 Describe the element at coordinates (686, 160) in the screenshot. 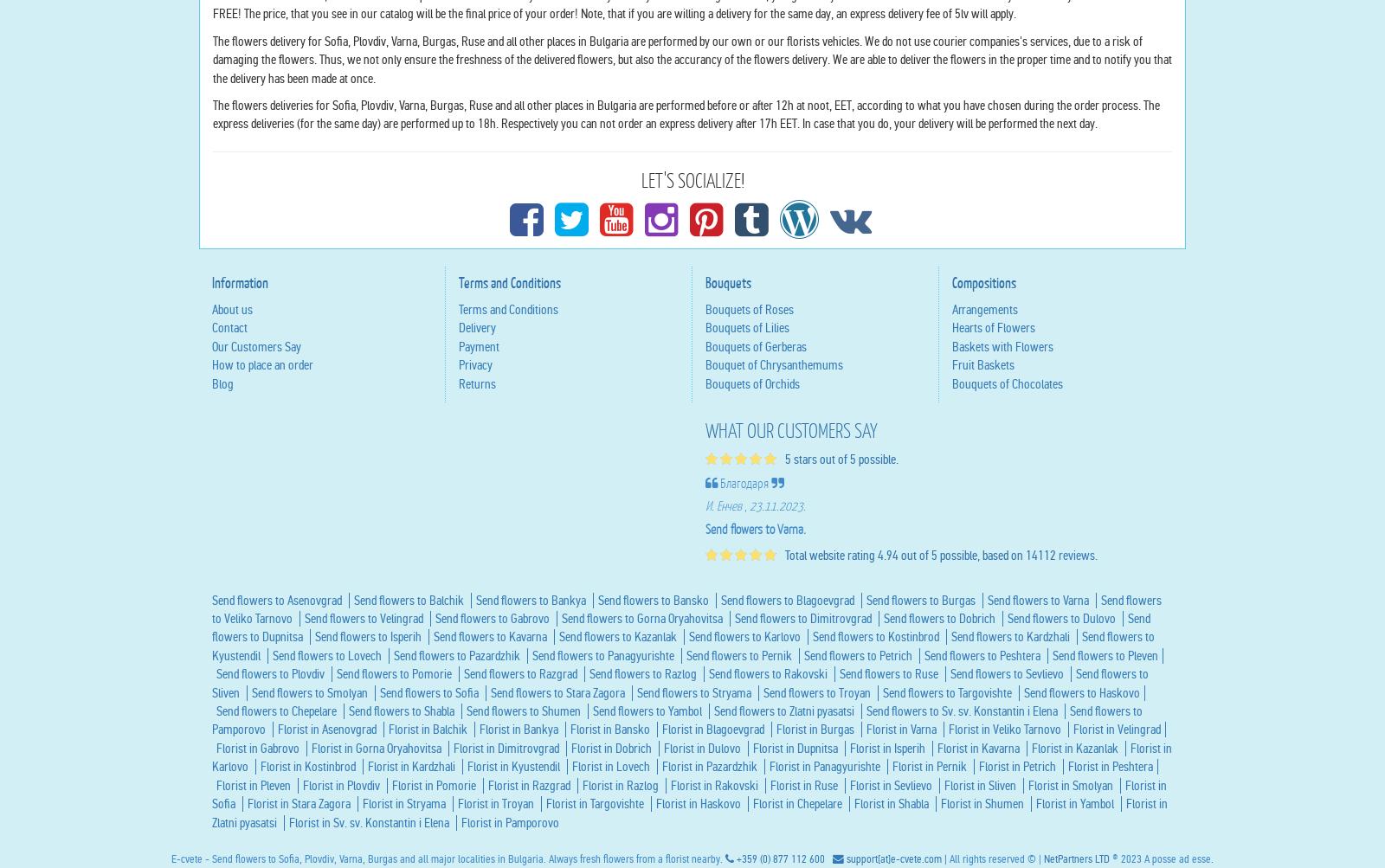

I see `'Thanks to our online store for flowers delivery it has never been easier to order flowers delivery to Sofia, Plovdiv, Varna, Burgas, Ruse and numerous other towns in Bulgaria. Because of our well-developed network of local florists, we are now able to perform flowers delivery on the same day in every corner of Bulgaria. Thus, you get always fresh flowers from the florist nearby. Our delivery is COMPLETELY FREE! The price, that you see in our catalog will be the final price of your order! Note, that if you are willing a delivery for the same day, an express delivery fee of 5lv will apply.'` at that location.